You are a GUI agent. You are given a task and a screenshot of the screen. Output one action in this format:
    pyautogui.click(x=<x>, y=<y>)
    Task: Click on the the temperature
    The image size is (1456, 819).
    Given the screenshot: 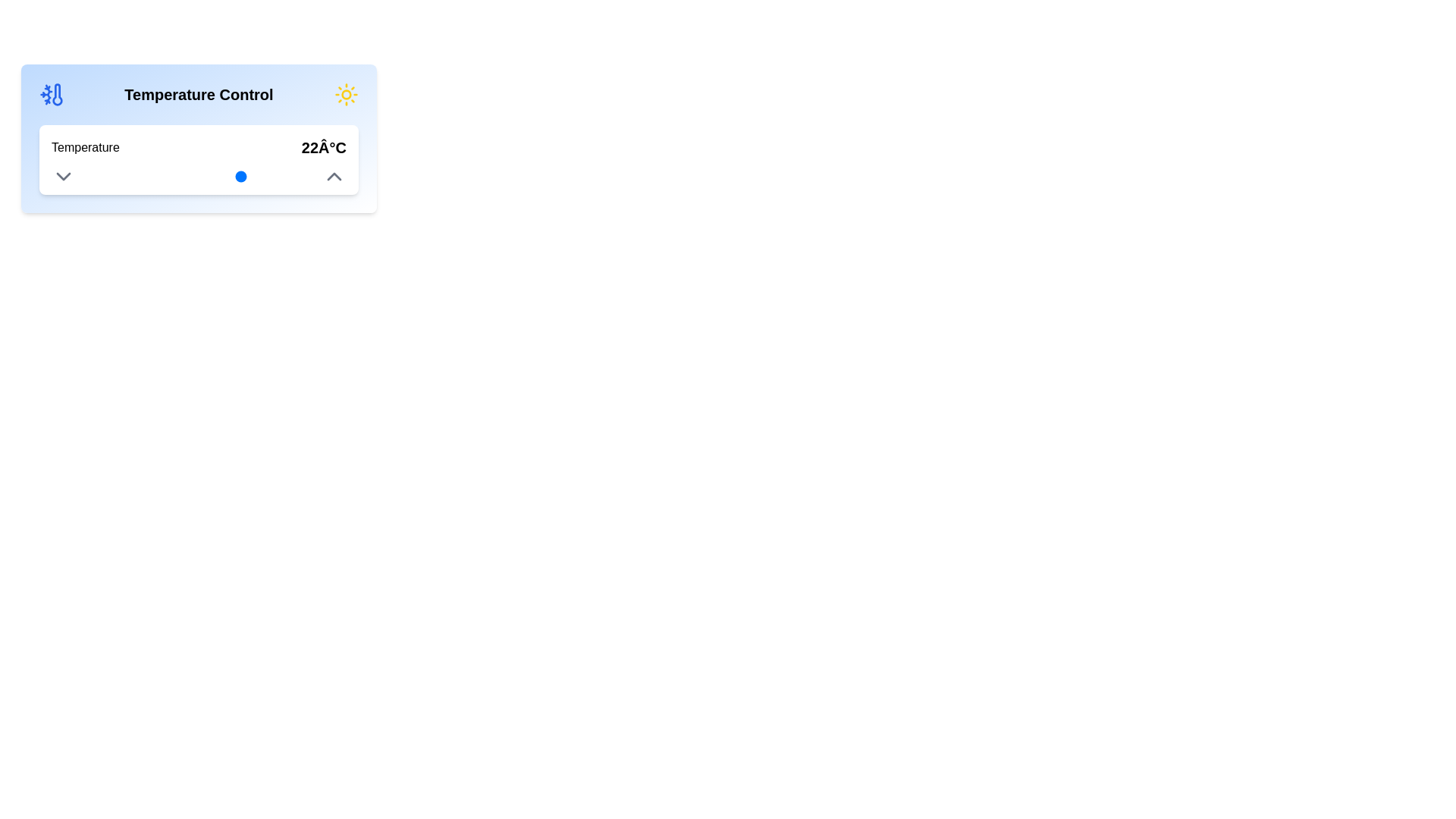 What is the action you would take?
    pyautogui.click(x=287, y=175)
    